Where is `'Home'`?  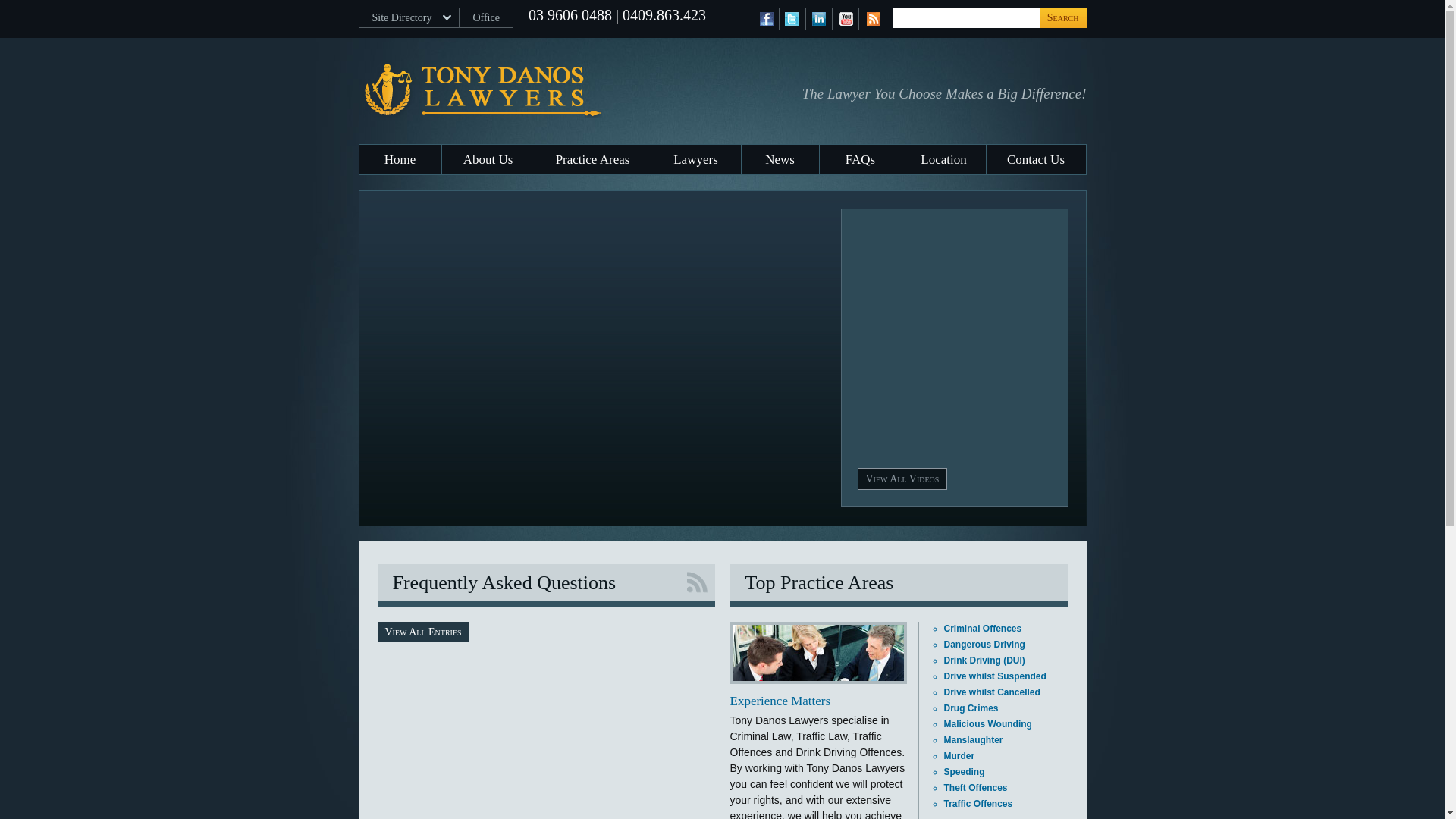
'Home' is located at coordinates (400, 159).